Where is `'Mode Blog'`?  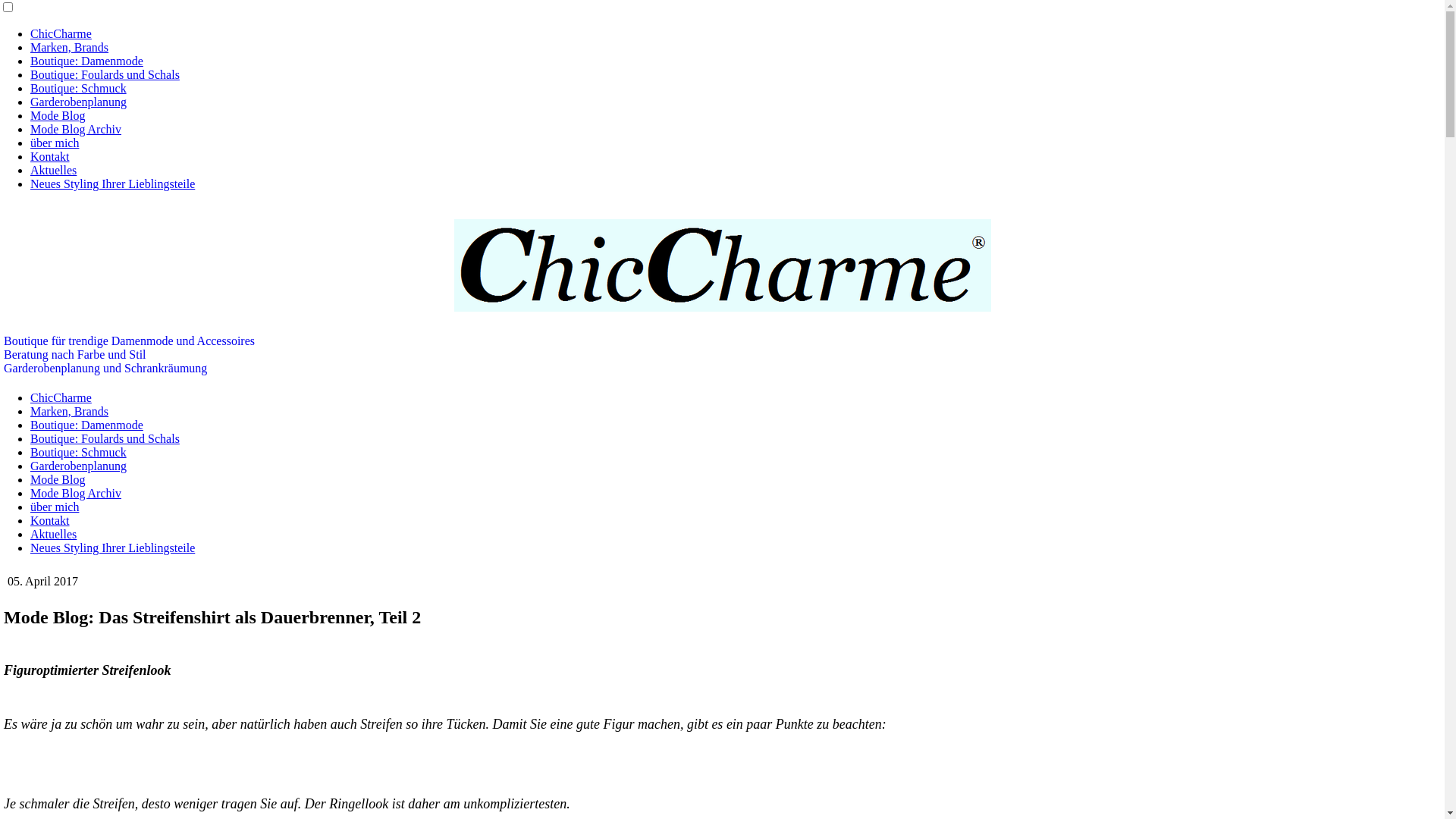 'Mode Blog' is located at coordinates (58, 115).